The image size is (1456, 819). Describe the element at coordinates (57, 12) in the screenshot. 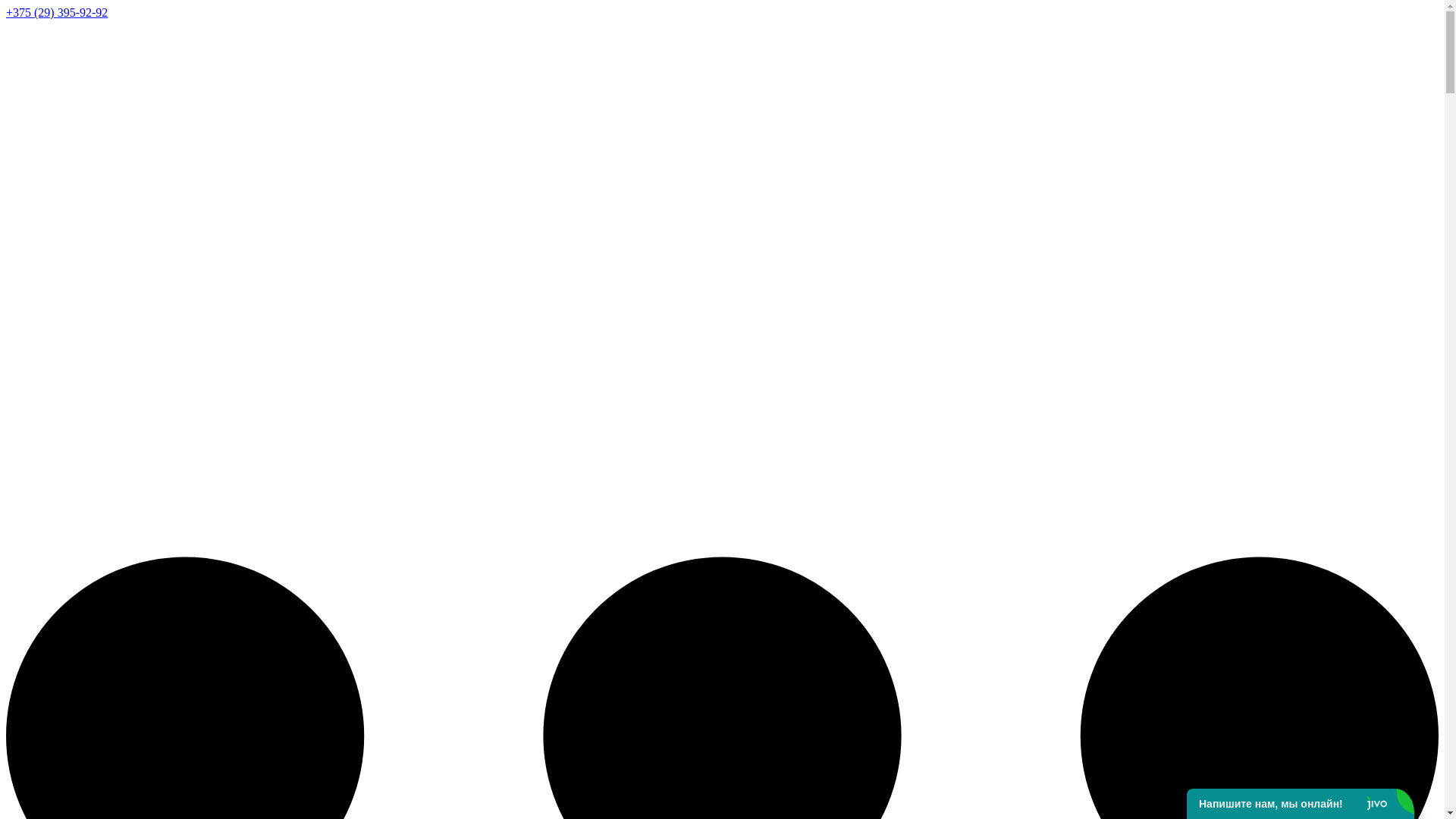

I see `'+375 (29) 395-92-92'` at that location.